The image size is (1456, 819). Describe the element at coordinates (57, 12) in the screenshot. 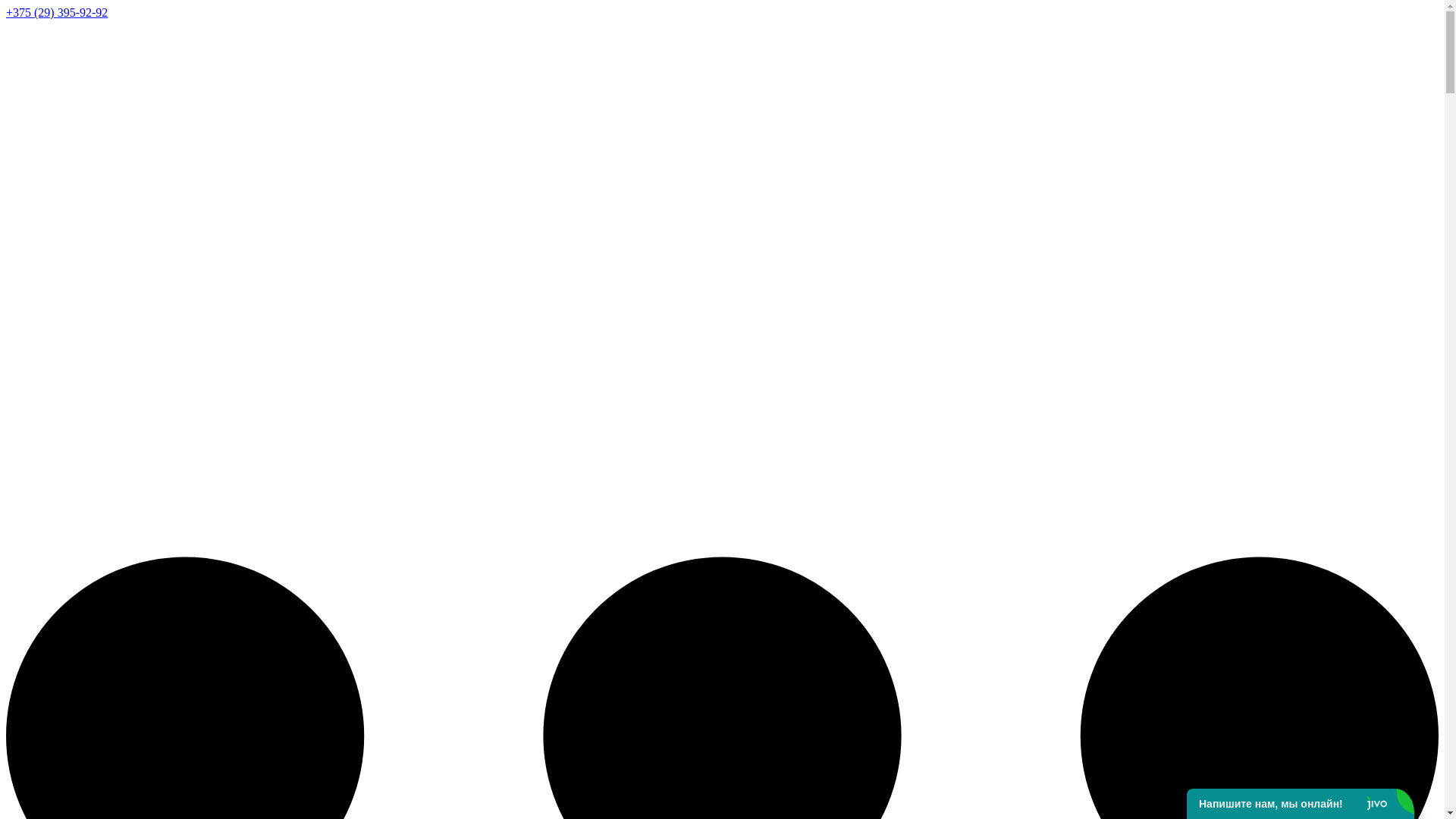

I see `'+375 (29) 395-92-92'` at that location.